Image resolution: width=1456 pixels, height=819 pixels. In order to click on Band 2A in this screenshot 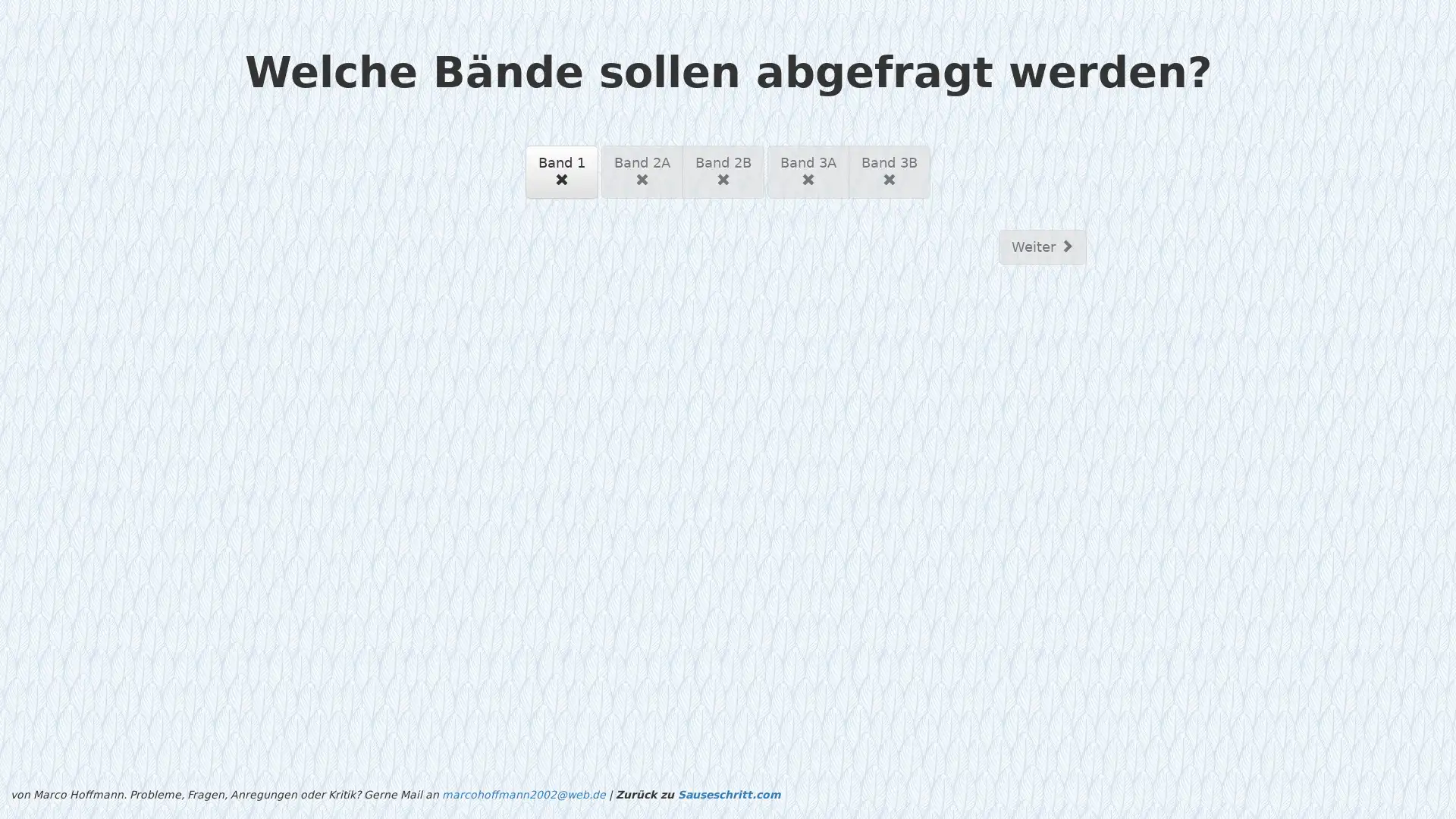, I will do `click(642, 171)`.